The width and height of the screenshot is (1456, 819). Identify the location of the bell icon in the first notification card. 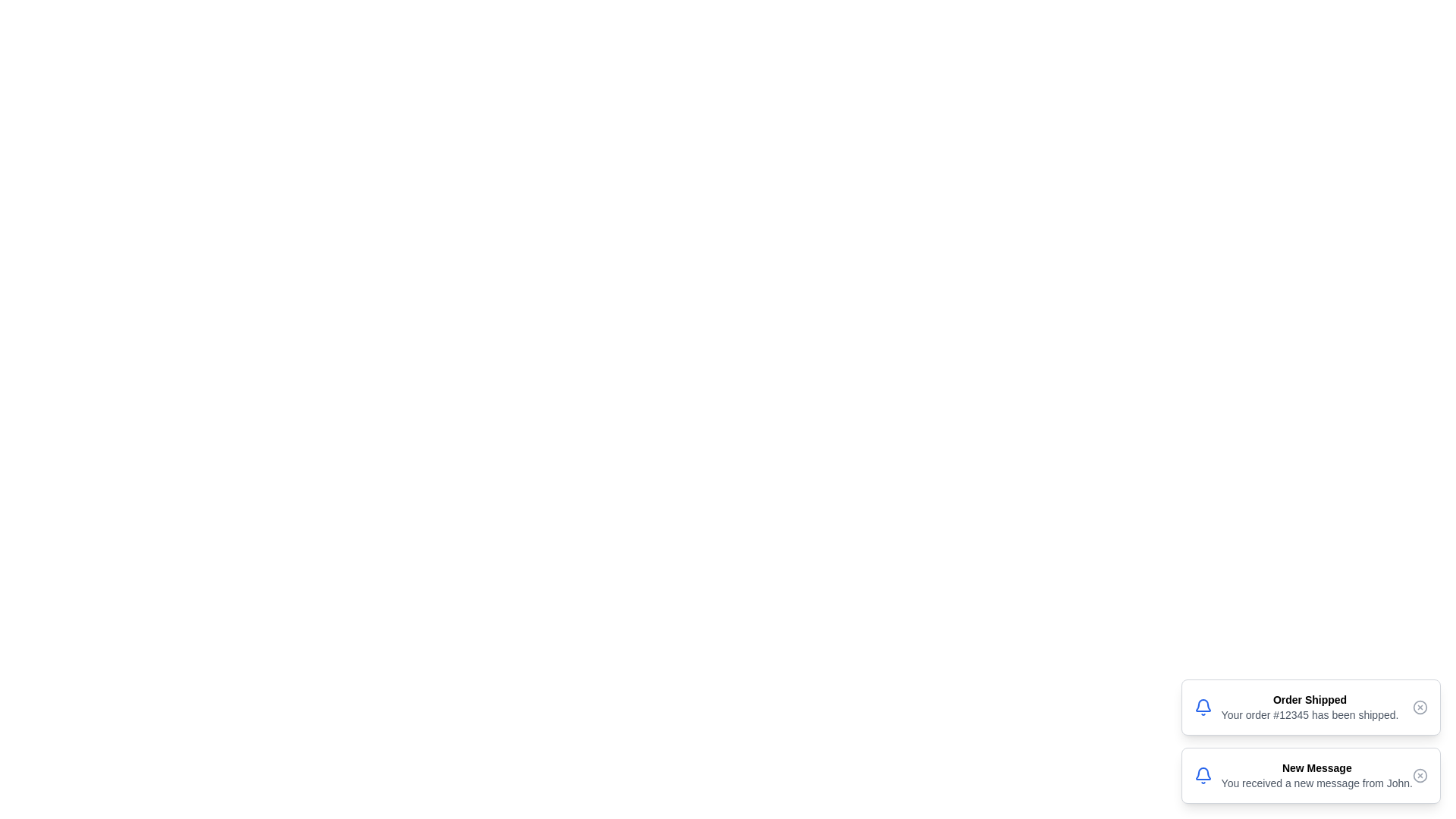
(1202, 708).